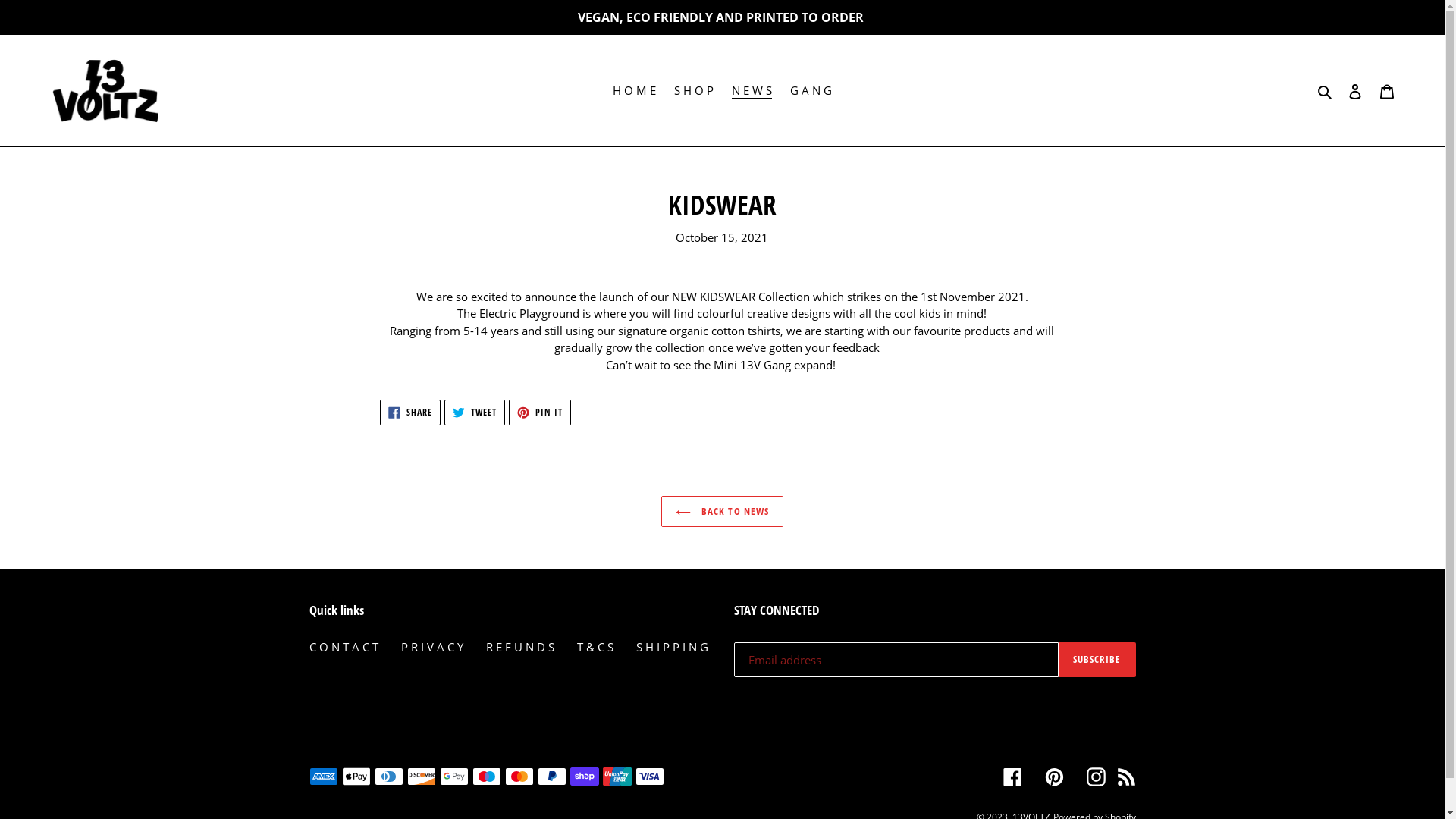 The image size is (1456, 819). What do you see at coordinates (752, 90) in the screenshot?
I see `'N E W S'` at bounding box center [752, 90].